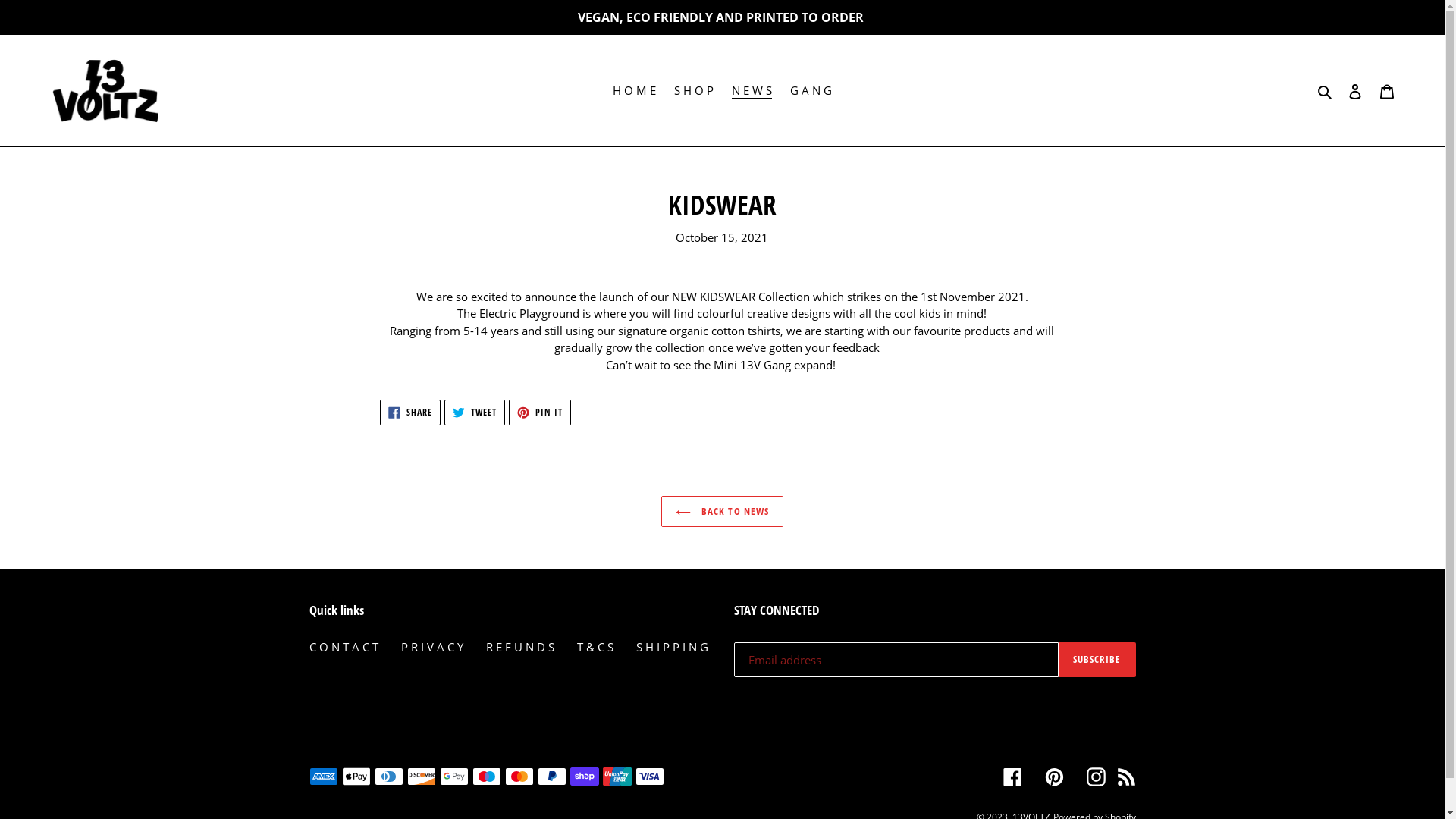 The image size is (1456, 819). What do you see at coordinates (752, 90) in the screenshot?
I see `'N E W S'` at bounding box center [752, 90].